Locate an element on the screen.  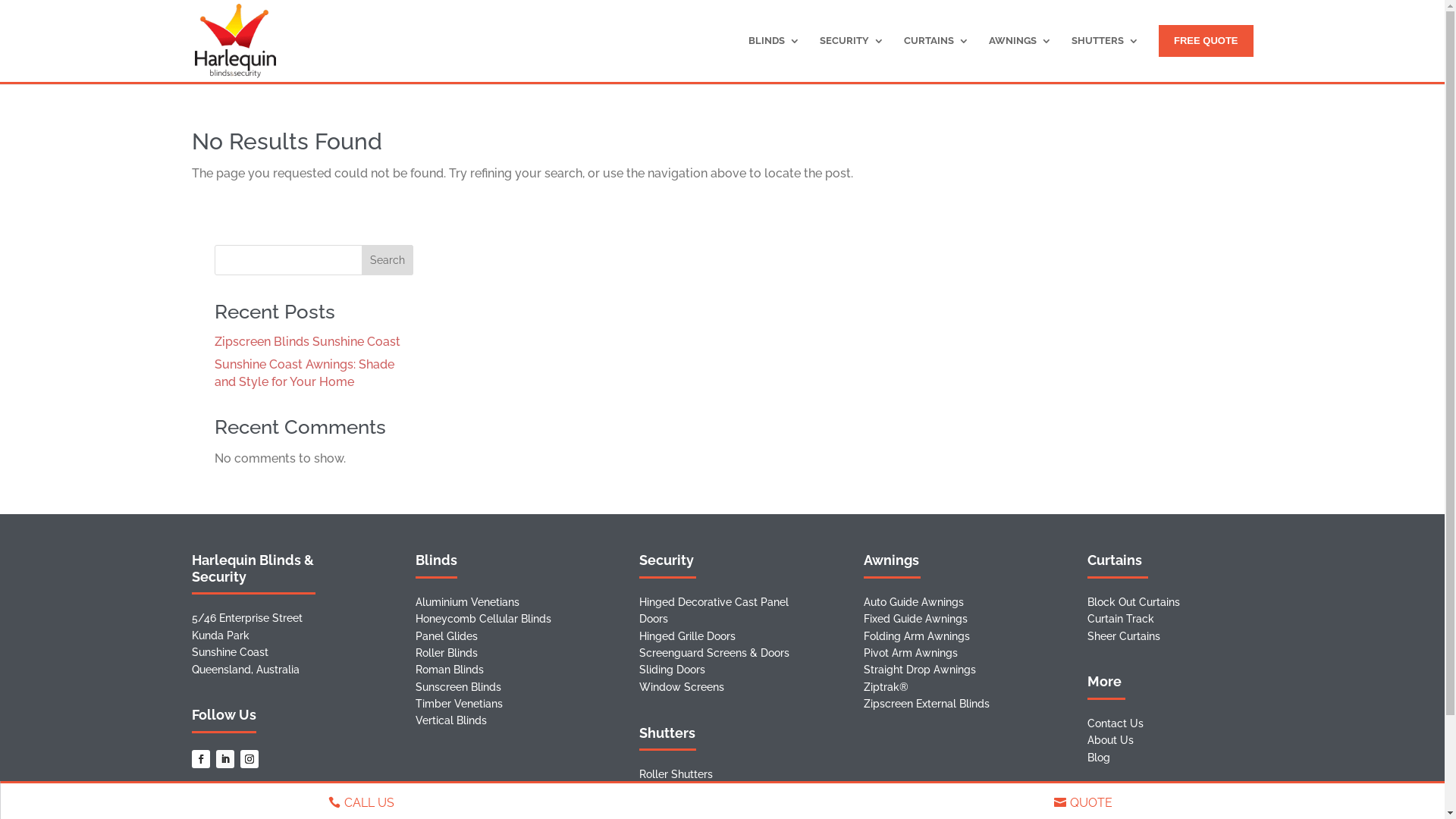
'Aluminium Venetians' is located at coordinates (466, 601).